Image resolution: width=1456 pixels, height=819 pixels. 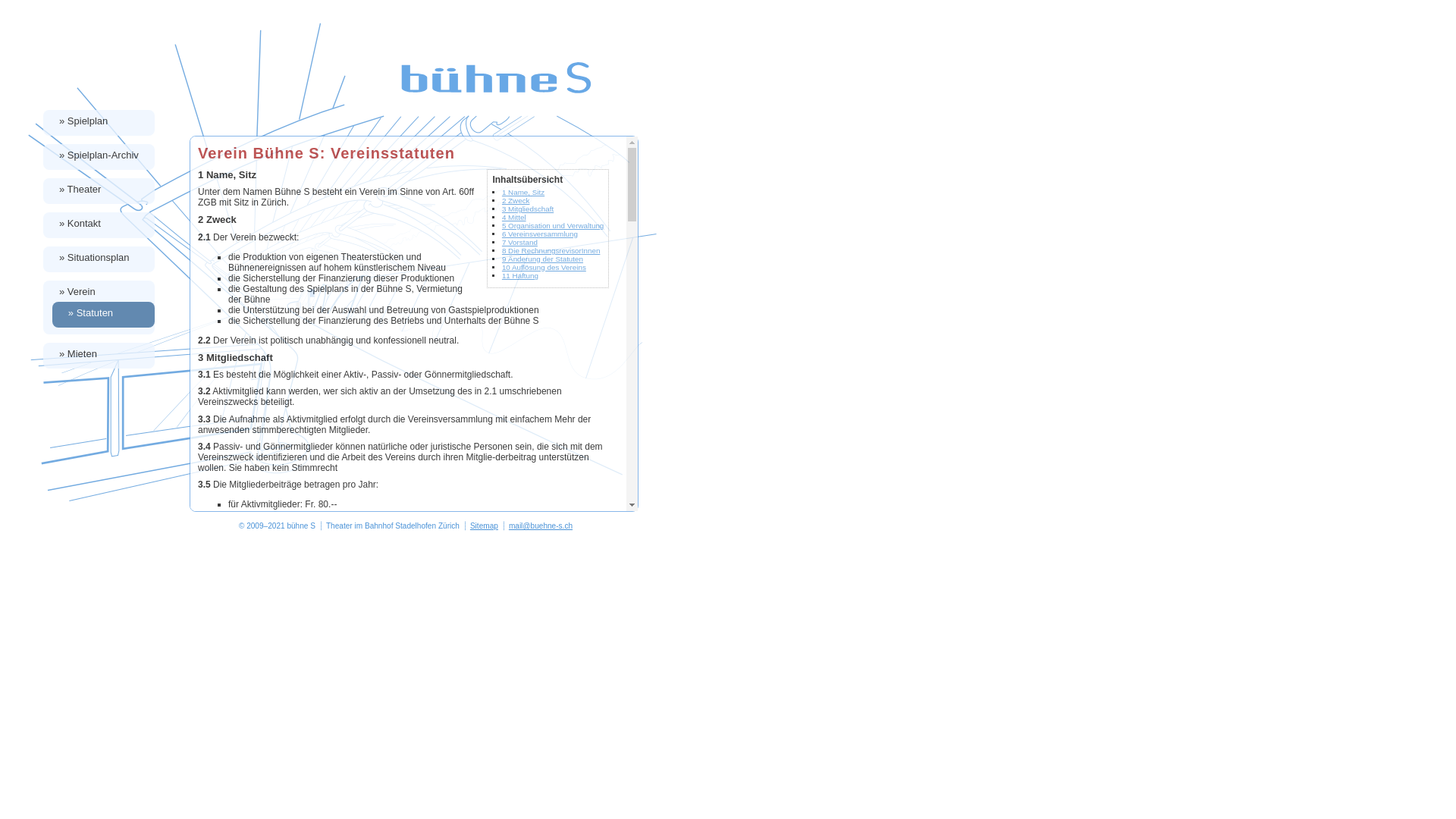 What do you see at coordinates (1437, 810) in the screenshot?
I see `'bearbeiten'` at bounding box center [1437, 810].